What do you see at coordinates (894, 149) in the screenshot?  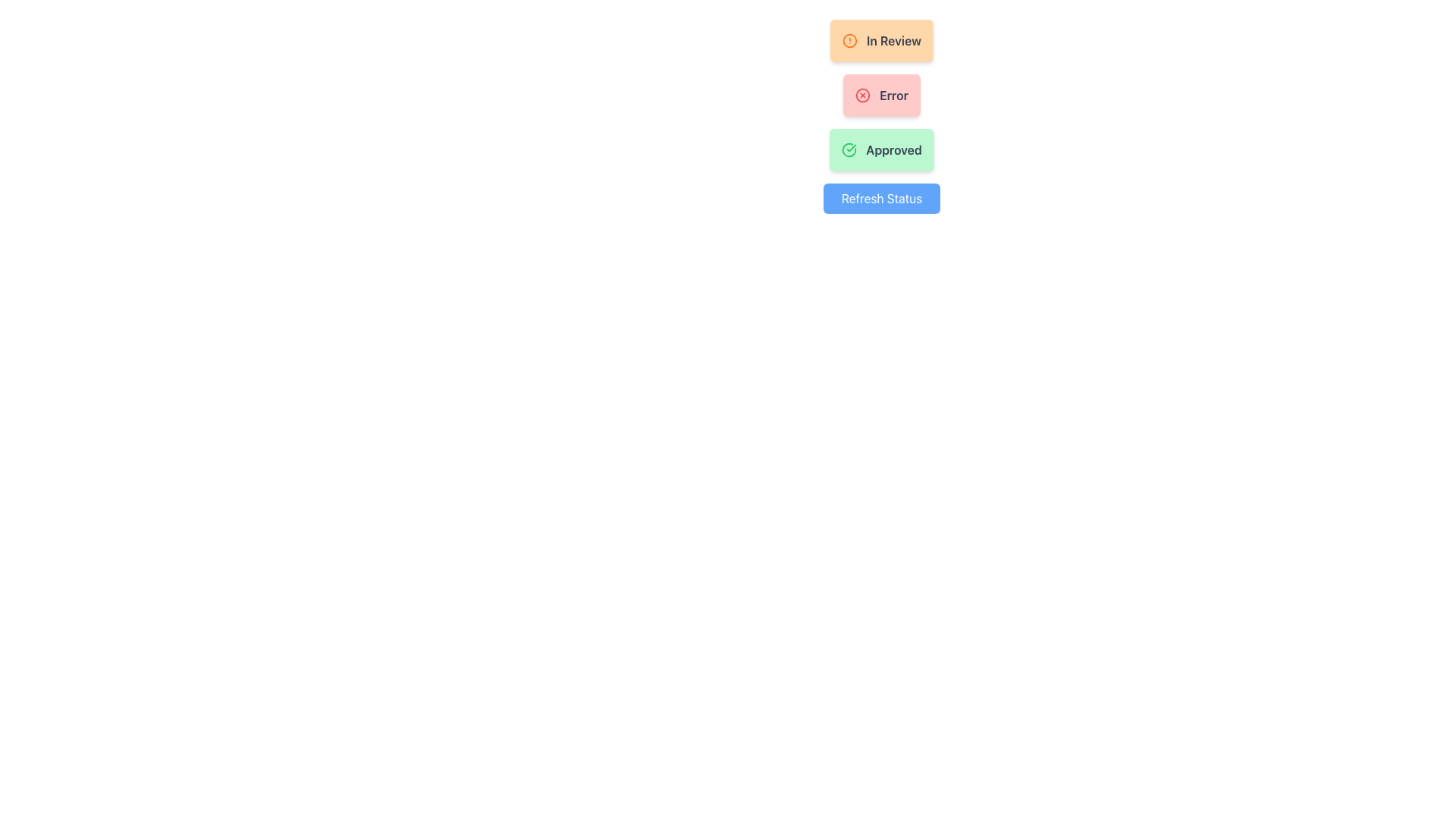 I see `the text label displaying 'Approved' in bold dark gray on a light green background, located within the status card` at bounding box center [894, 149].